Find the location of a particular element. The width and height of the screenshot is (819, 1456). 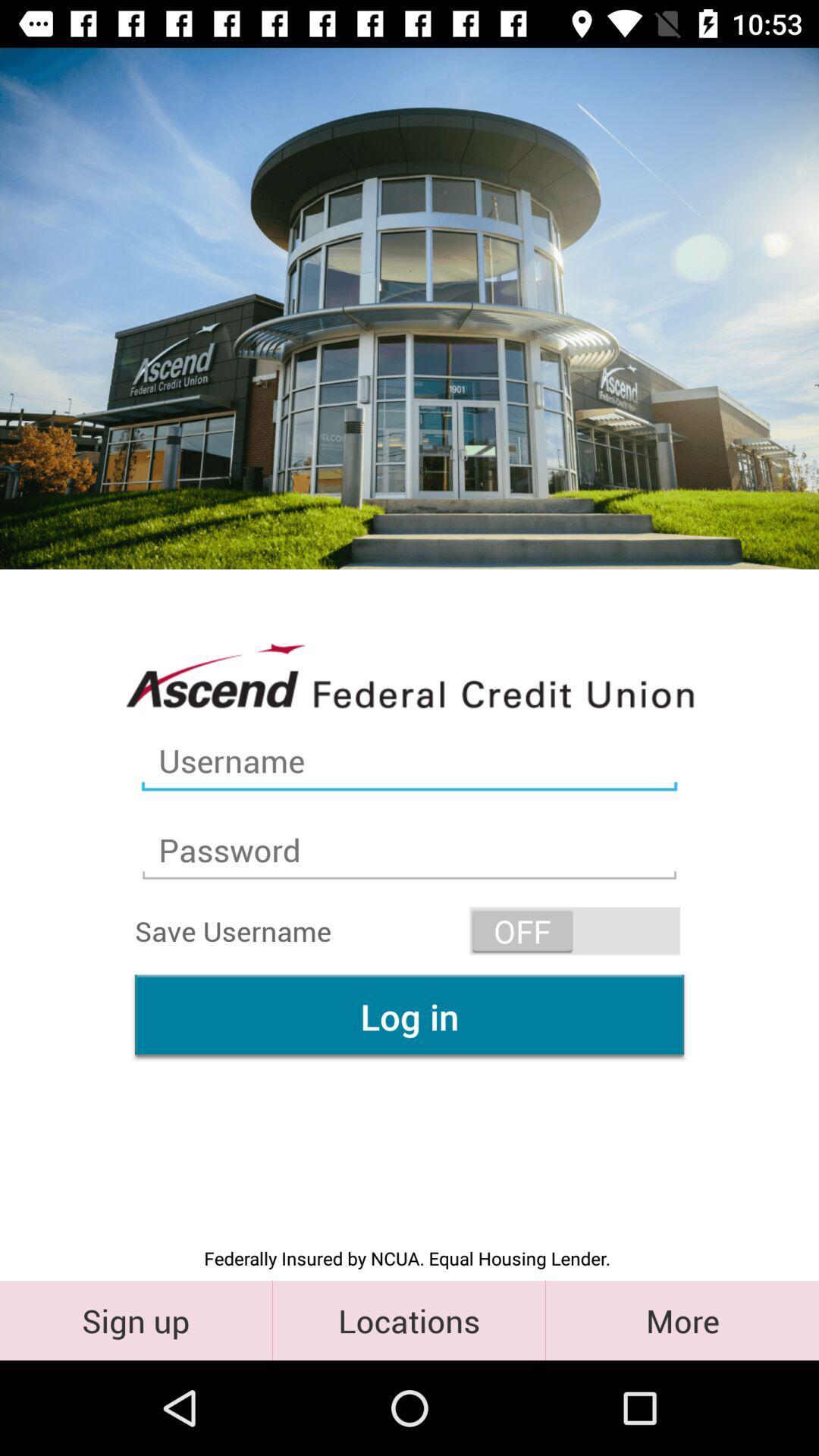

the log in icon is located at coordinates (409, 1016).